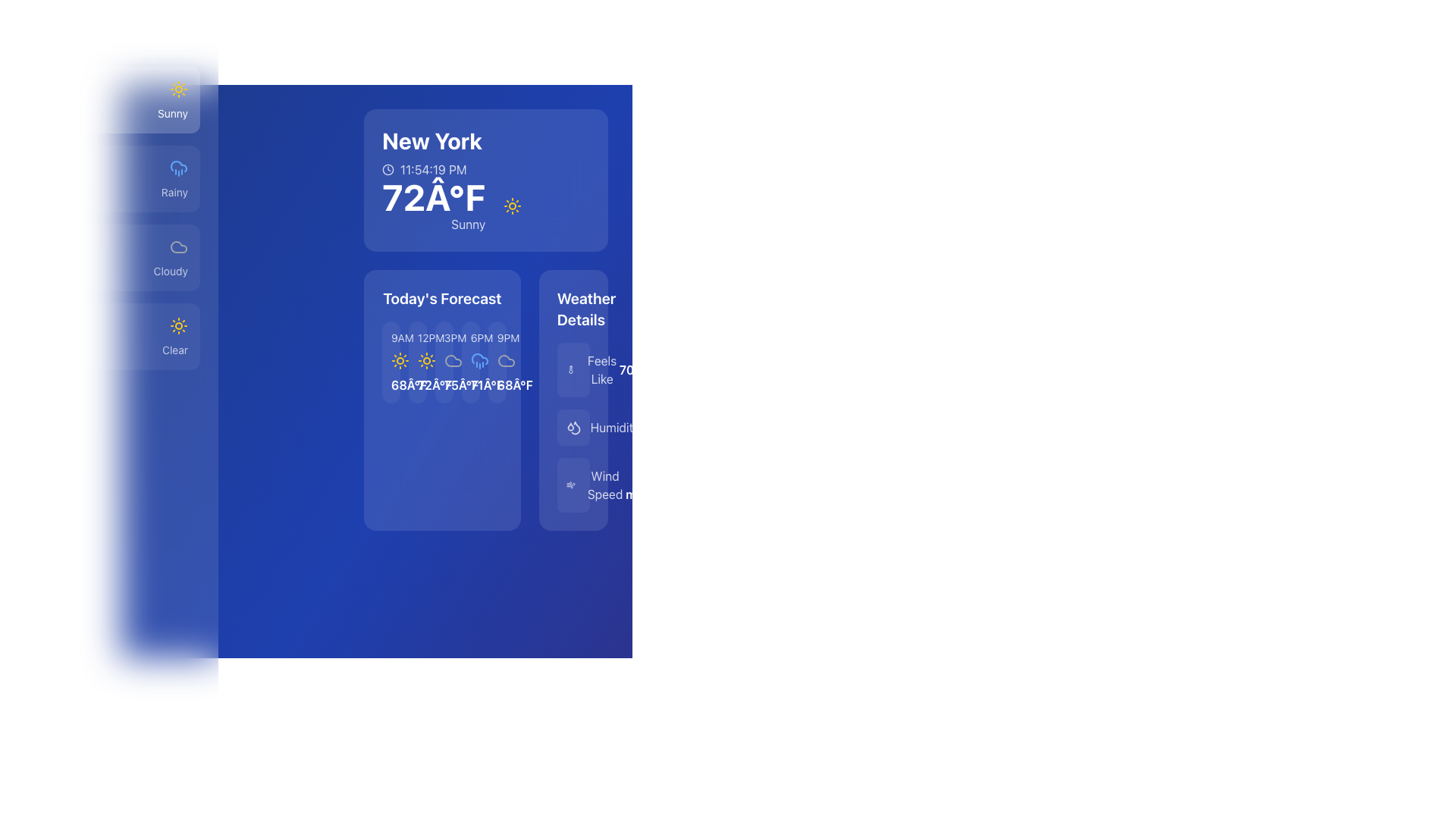  I want to click on the 'Sunny' weather icon located to the right of the current temperature display ('72°F Sunny'), so click(513, 206).